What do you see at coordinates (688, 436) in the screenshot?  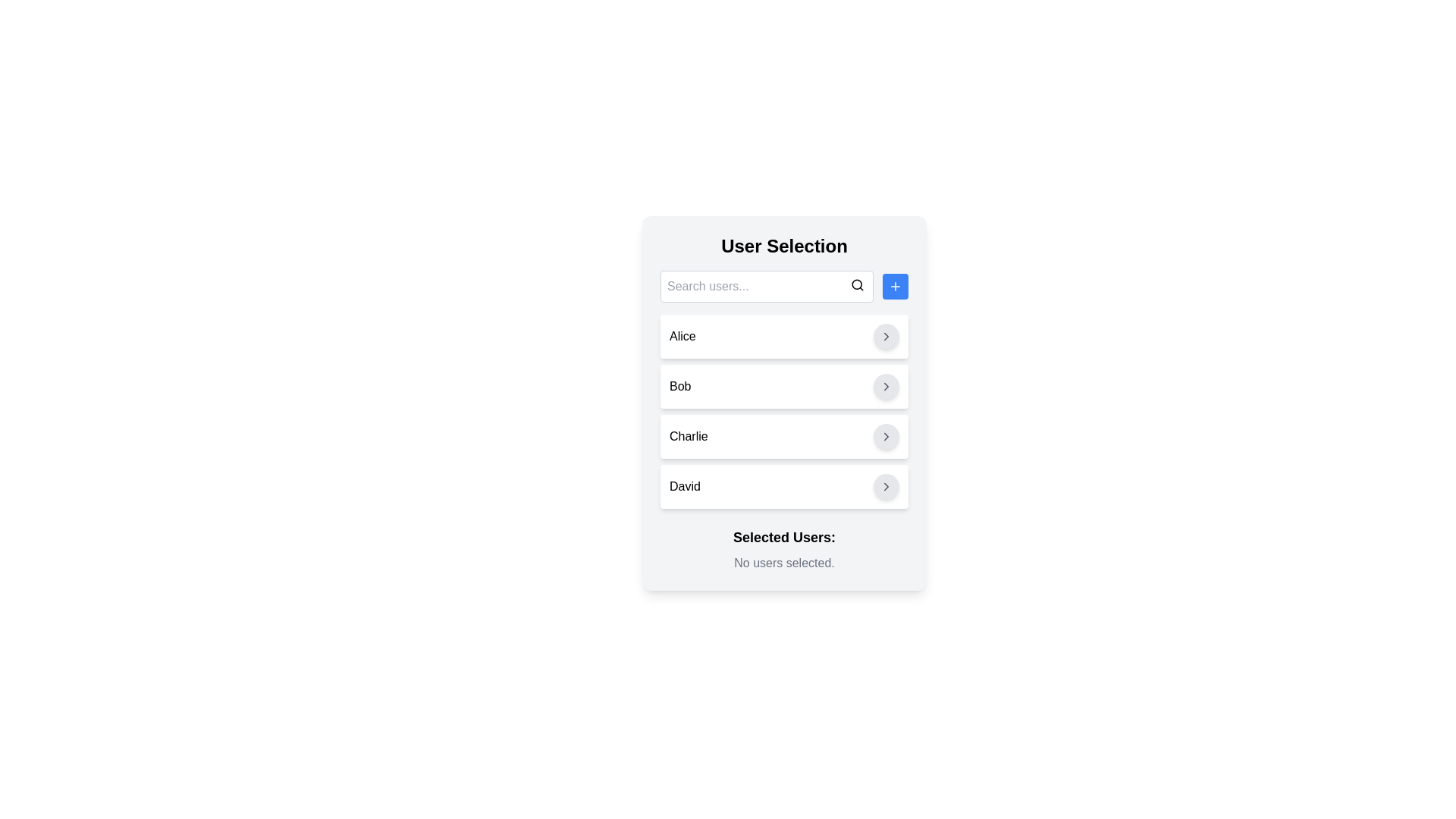 I see `the text label displaying the name 'Charlie' which is styled in black on a white background, located in the third card of a vertical list of user entries` at bounding box center [688, 436].